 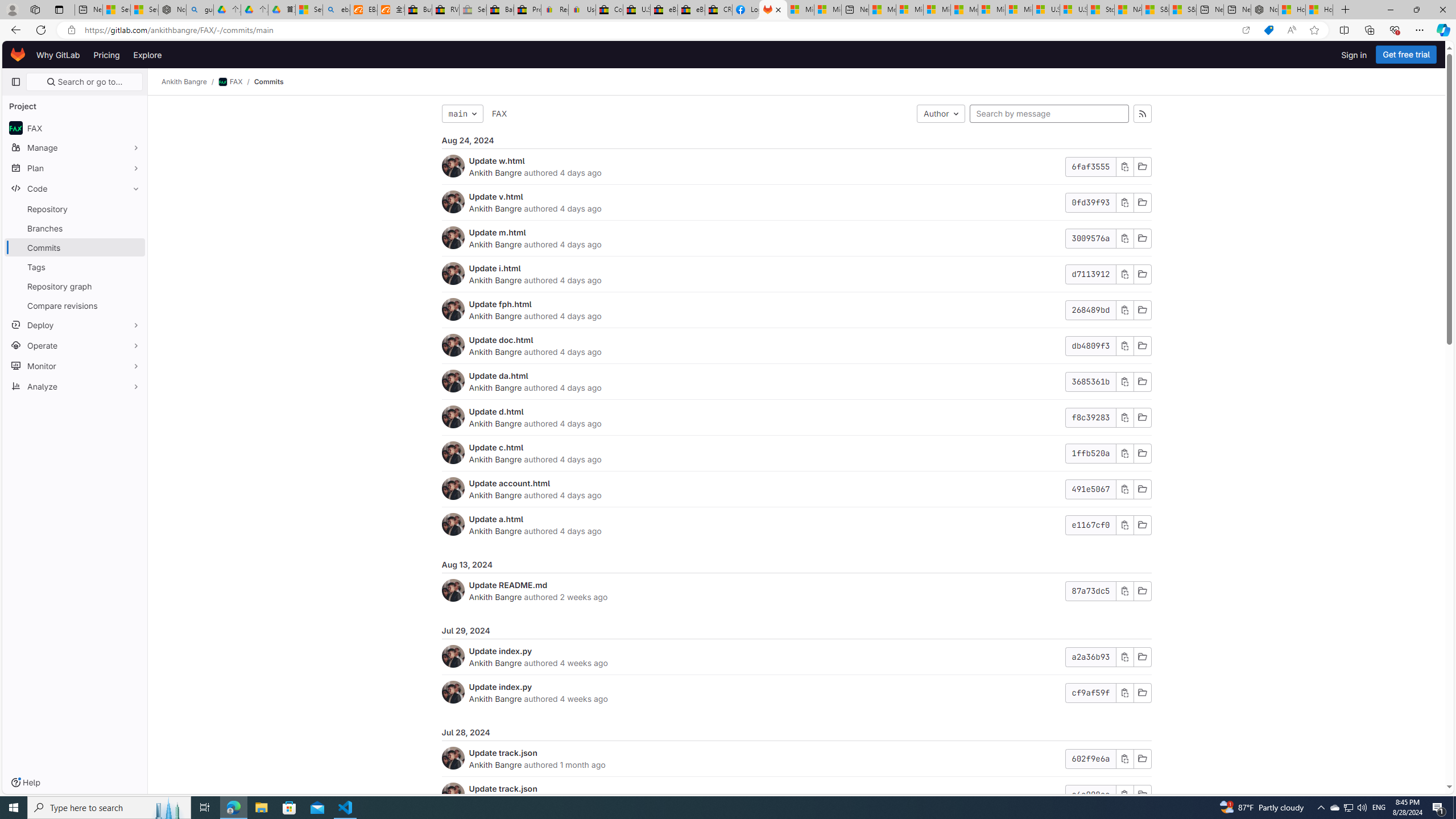 What do you see at coordinates (18, 54) in the screenshot?
I see `'Homepage'` at bounding box center [18, 54].